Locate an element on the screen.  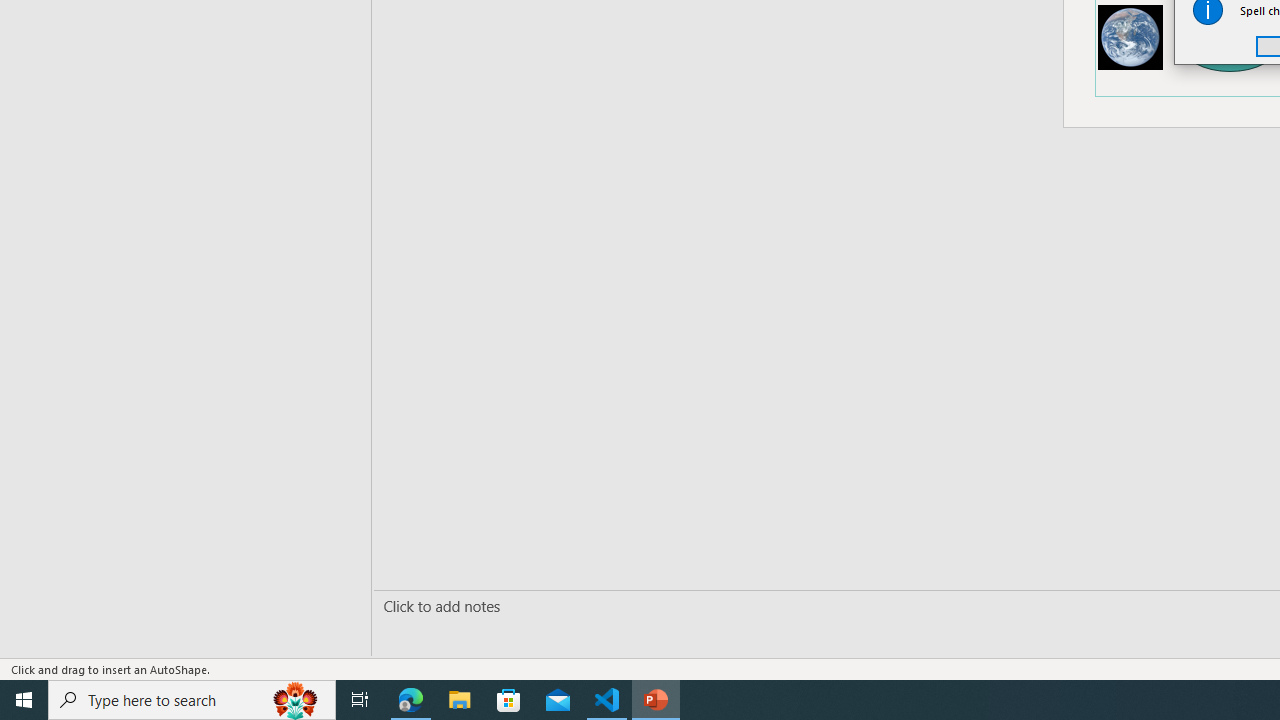
'Task View' is located at coordinates (359, 698).